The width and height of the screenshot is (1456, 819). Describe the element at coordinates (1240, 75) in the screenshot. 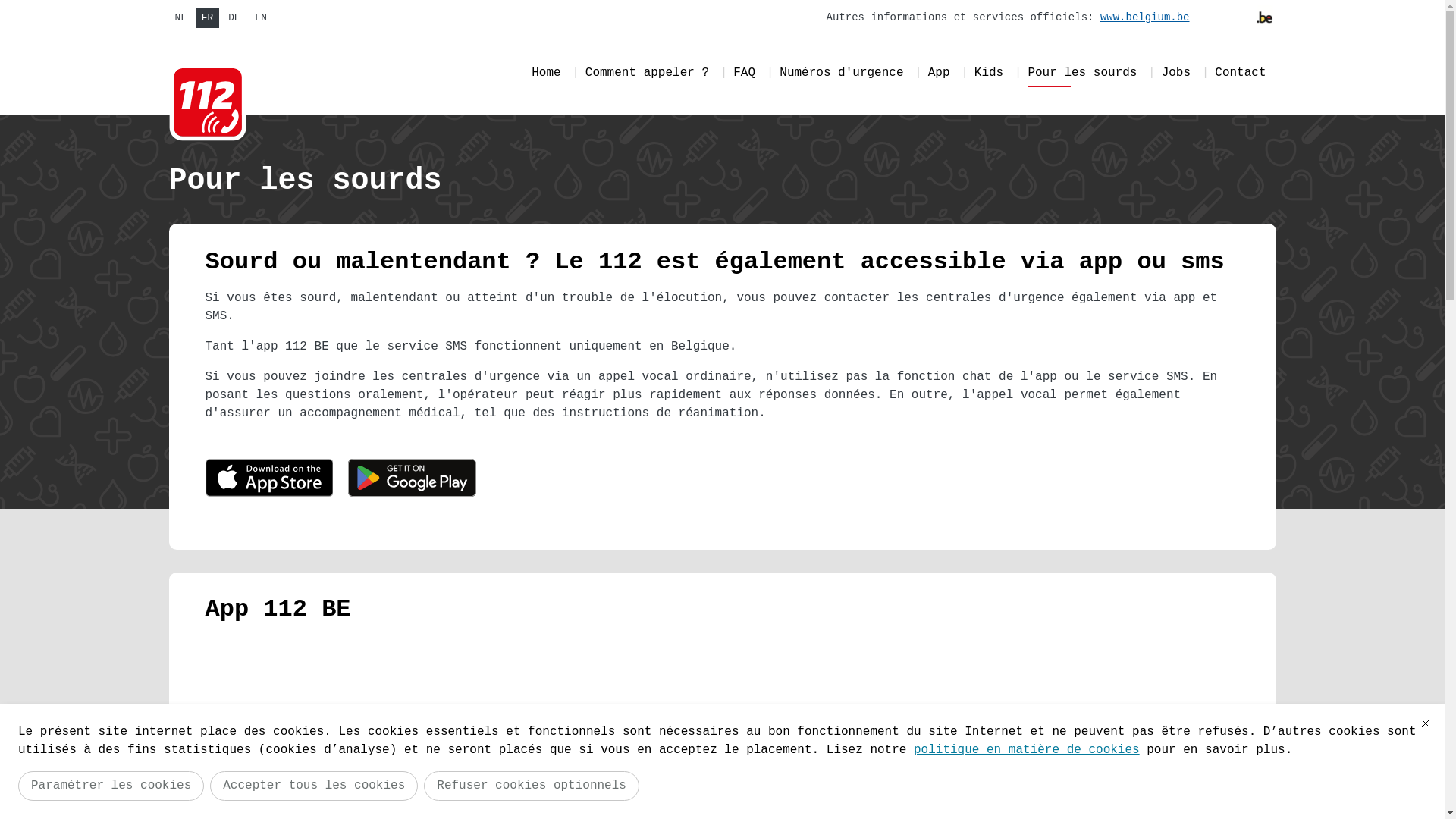

I see `'Contact'` at that location.